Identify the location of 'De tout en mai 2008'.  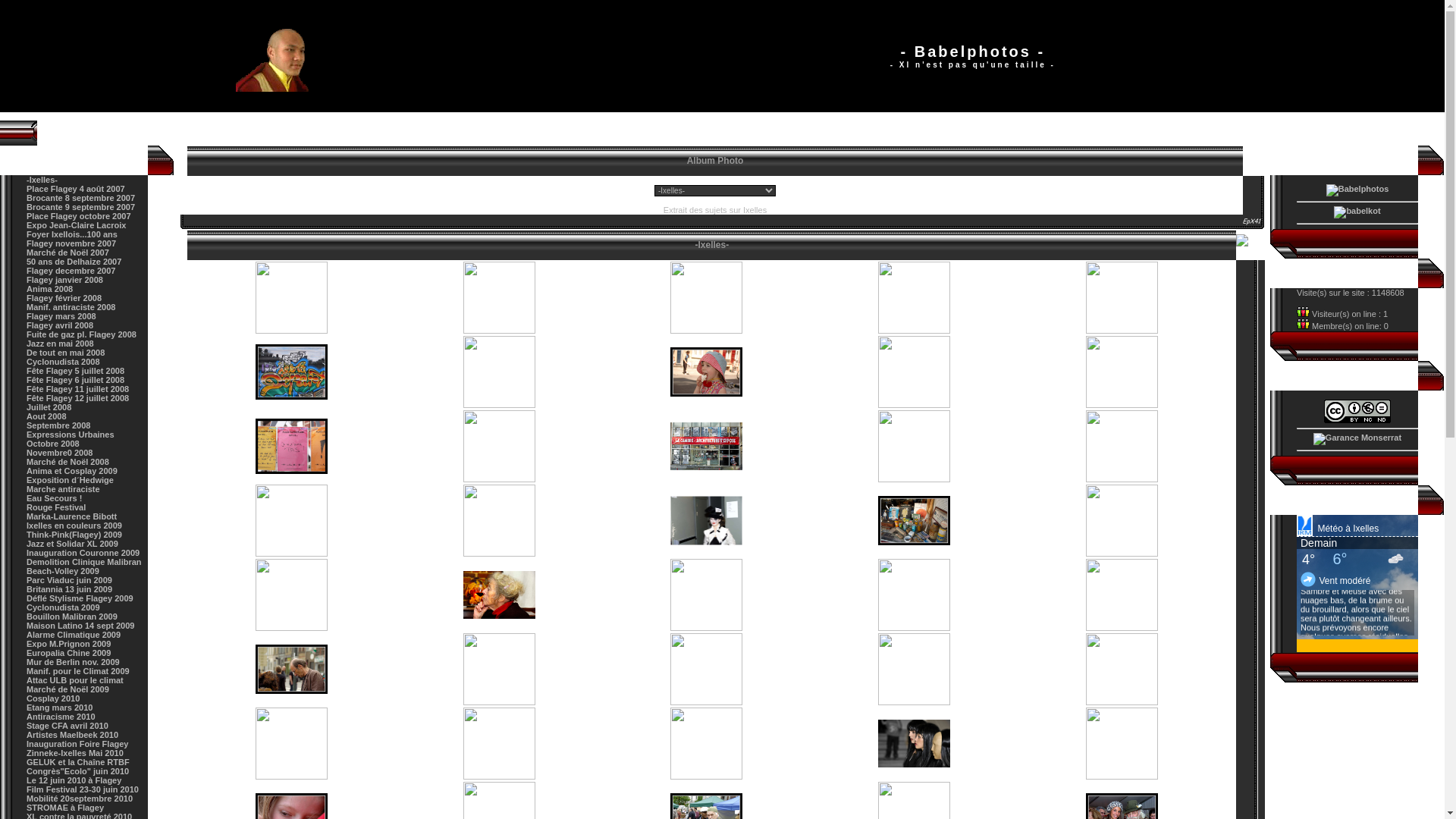
(26, 353).